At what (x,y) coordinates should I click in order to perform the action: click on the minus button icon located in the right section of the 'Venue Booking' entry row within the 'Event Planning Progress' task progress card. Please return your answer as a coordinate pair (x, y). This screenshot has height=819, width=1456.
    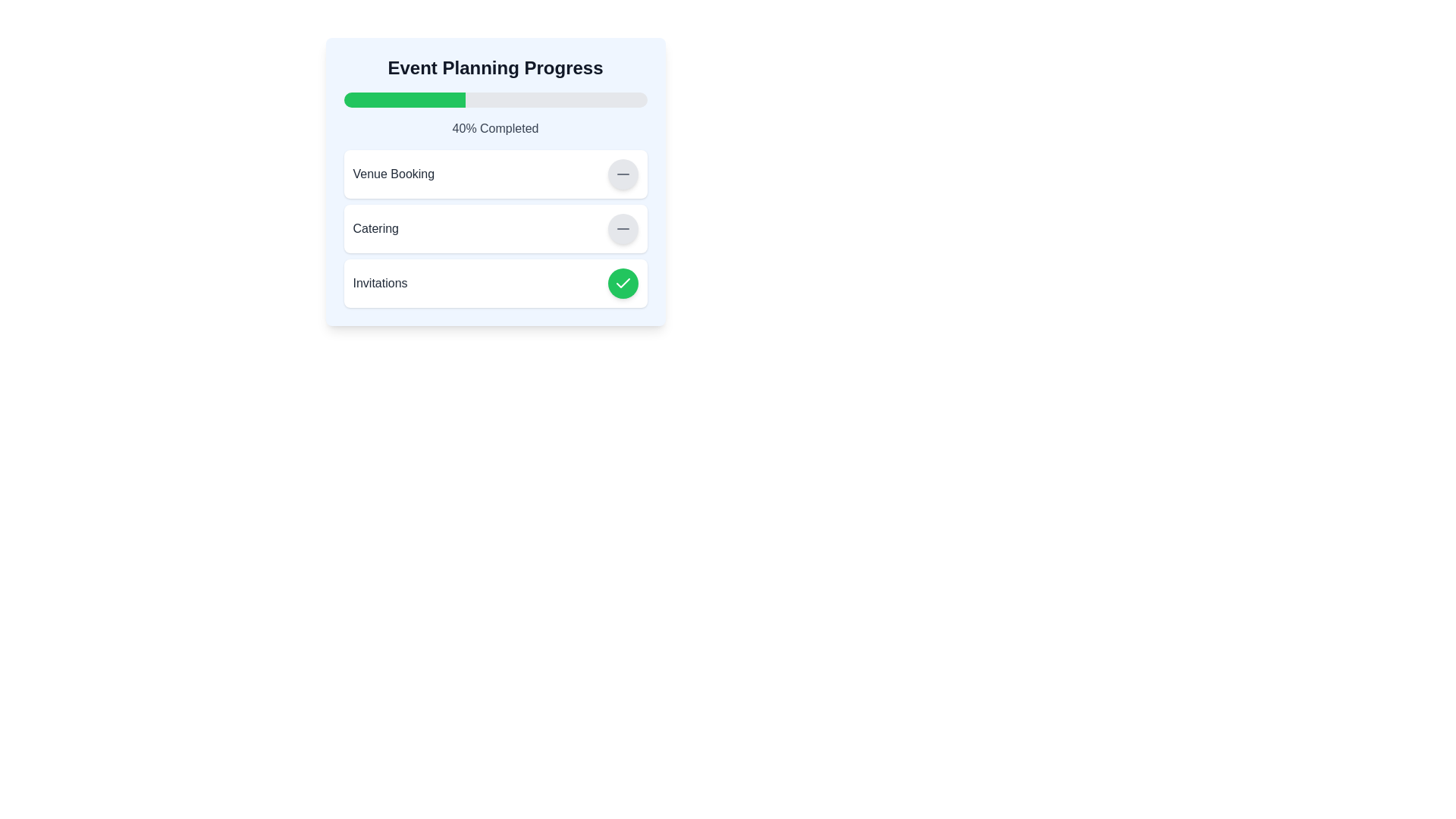
    Looking at the image, I should click on (623, 228).